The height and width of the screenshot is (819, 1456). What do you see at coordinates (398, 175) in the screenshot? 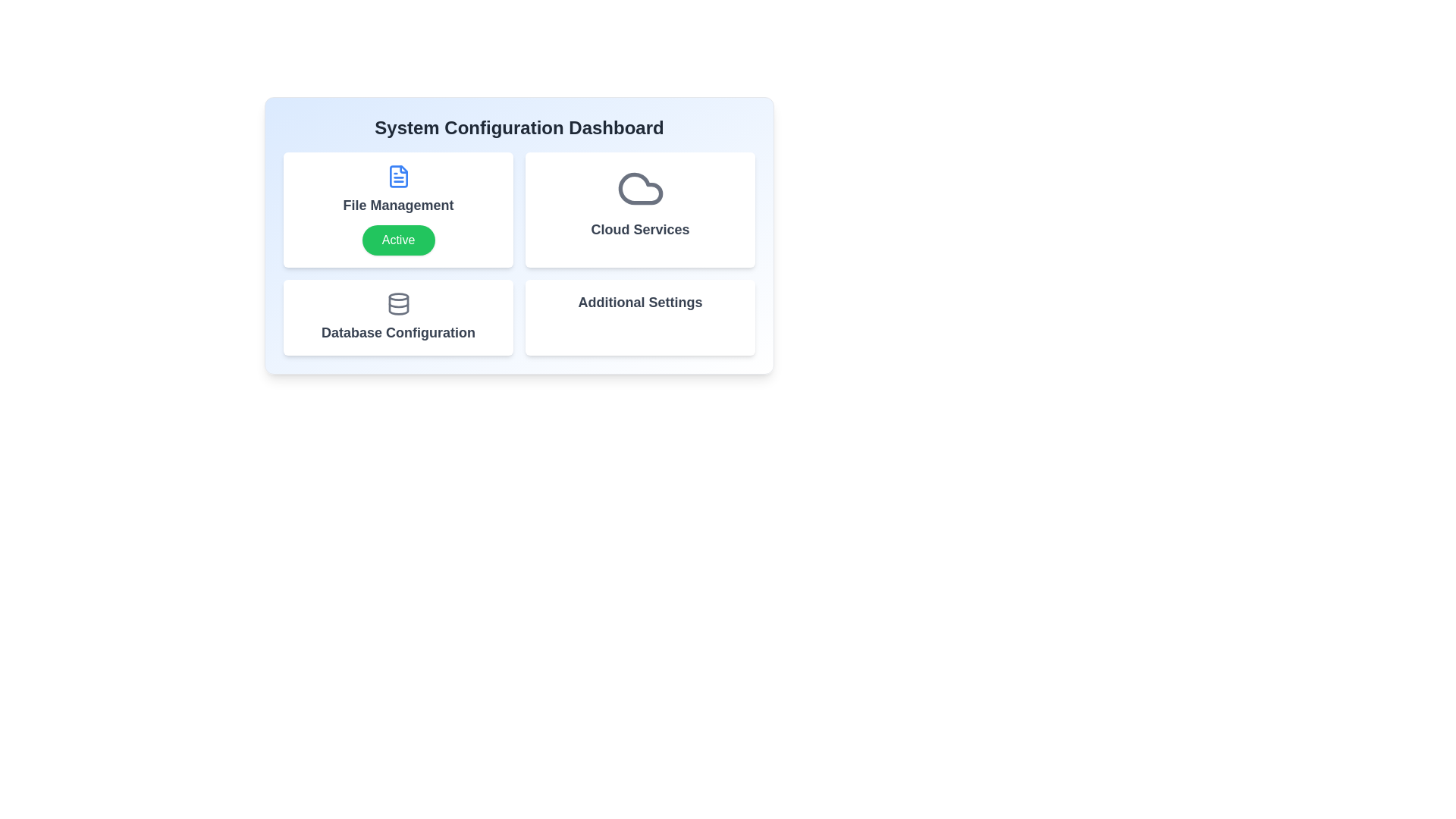
I see `the blue document outline icon featuring horizontal lines, located at the top-center of the 'File Management' card, for visual cues` at bounding box center [398, 175].